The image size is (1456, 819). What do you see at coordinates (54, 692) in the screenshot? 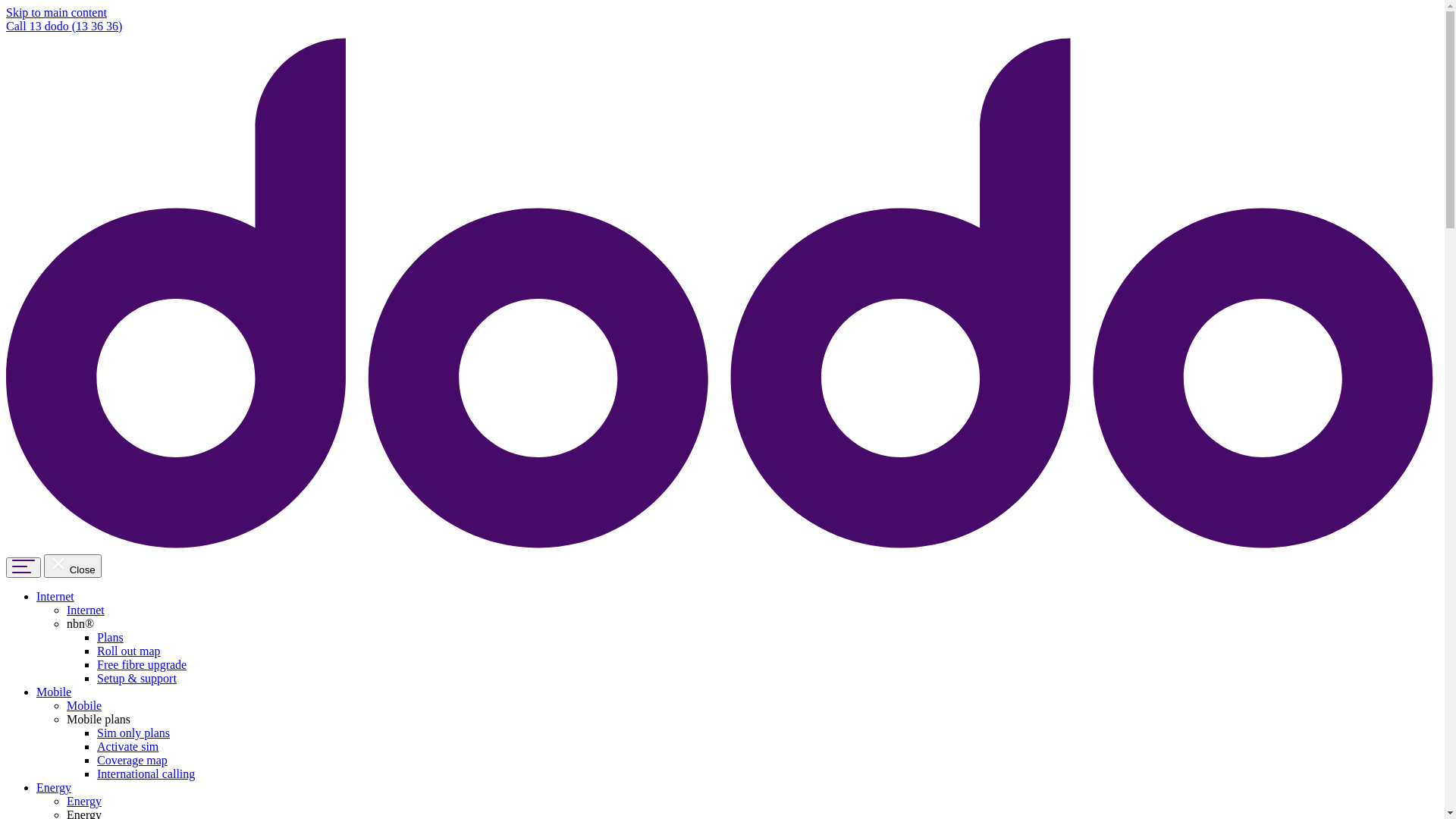
I see `'Mobile'` at bounding box center [54, 692].